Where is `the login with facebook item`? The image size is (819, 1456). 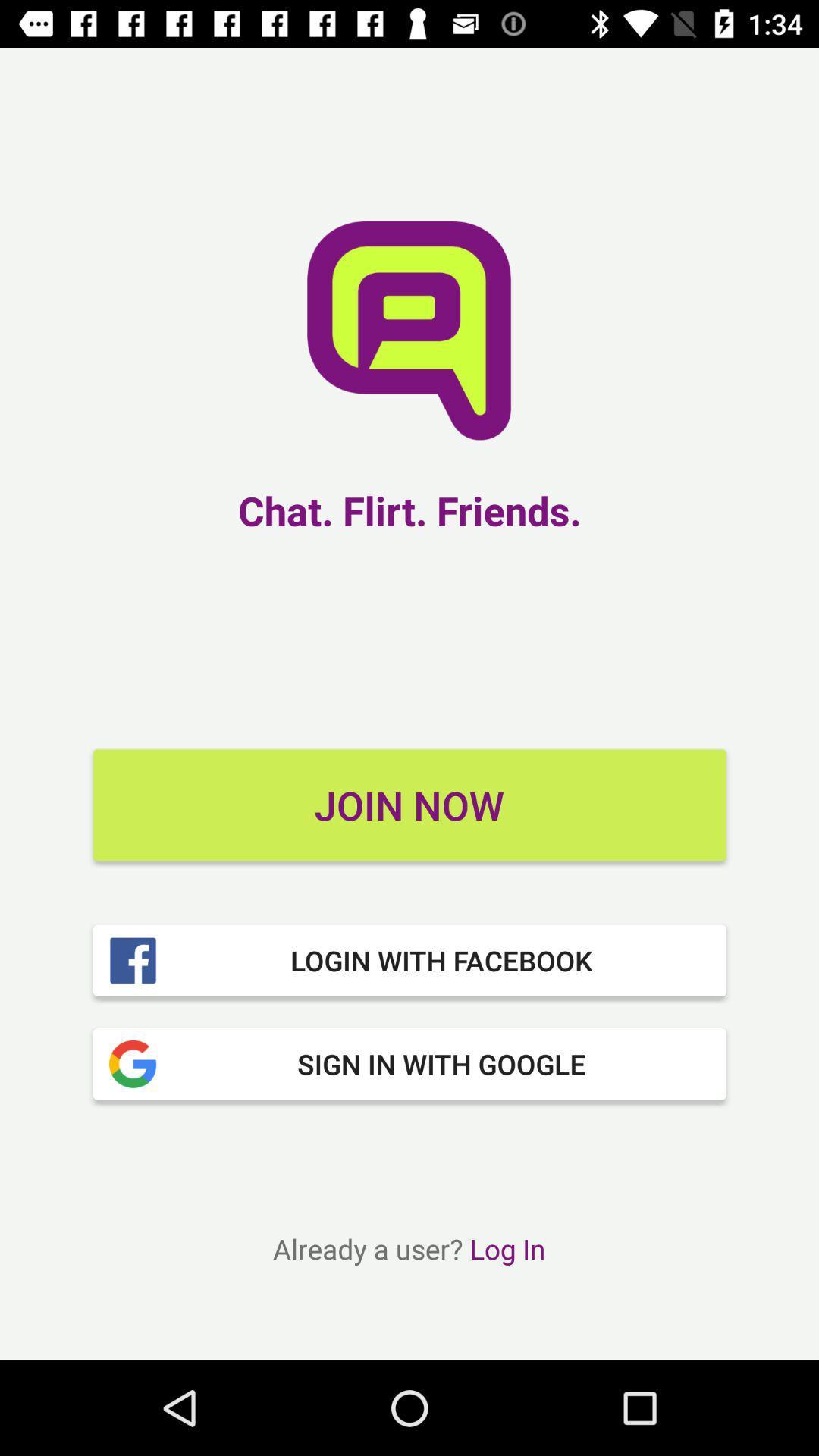
the login with facebook item is located at coordinates (409, 959).